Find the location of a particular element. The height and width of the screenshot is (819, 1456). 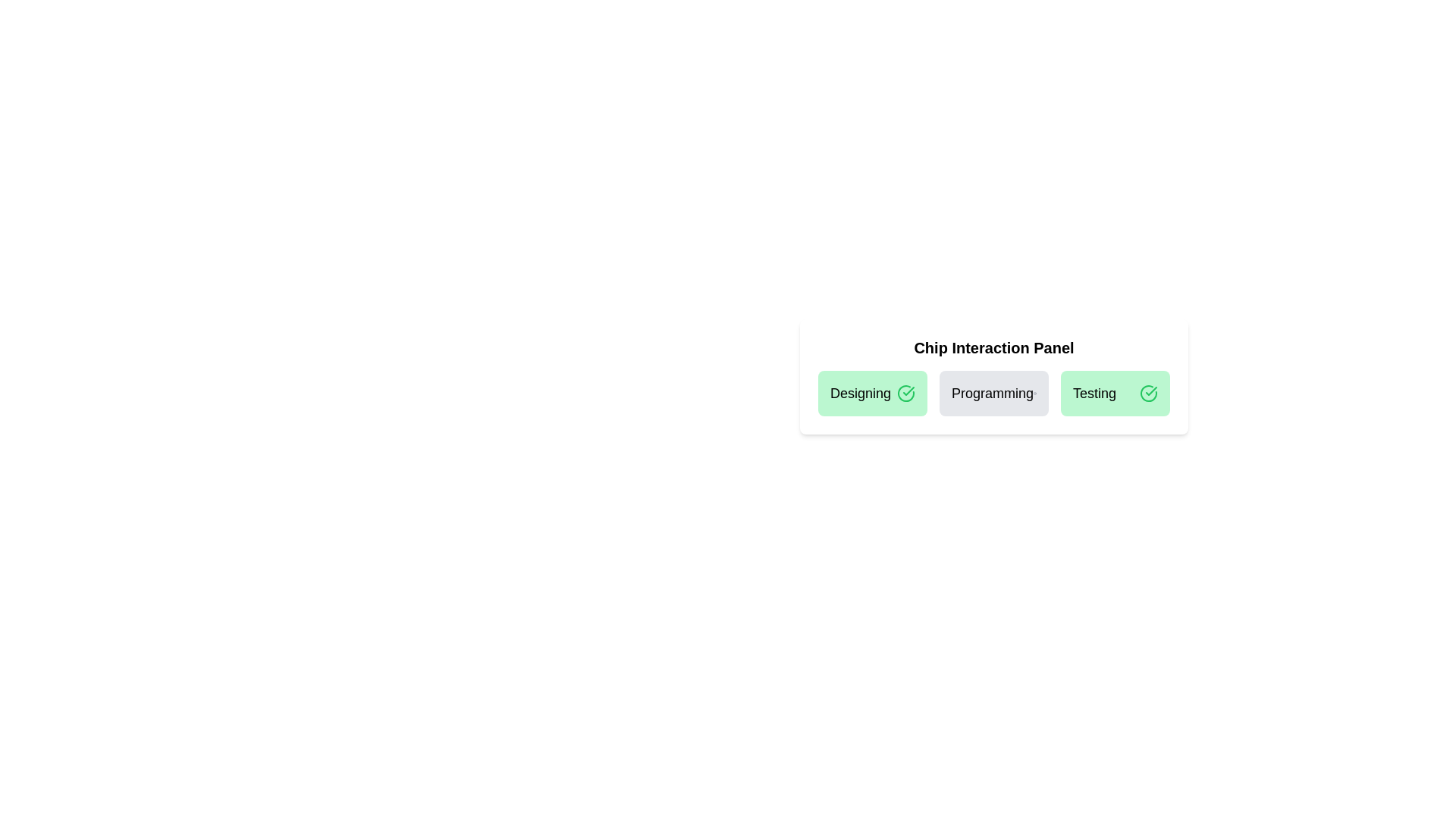

the chip labeled Designing is located at coordinates (873, 393).